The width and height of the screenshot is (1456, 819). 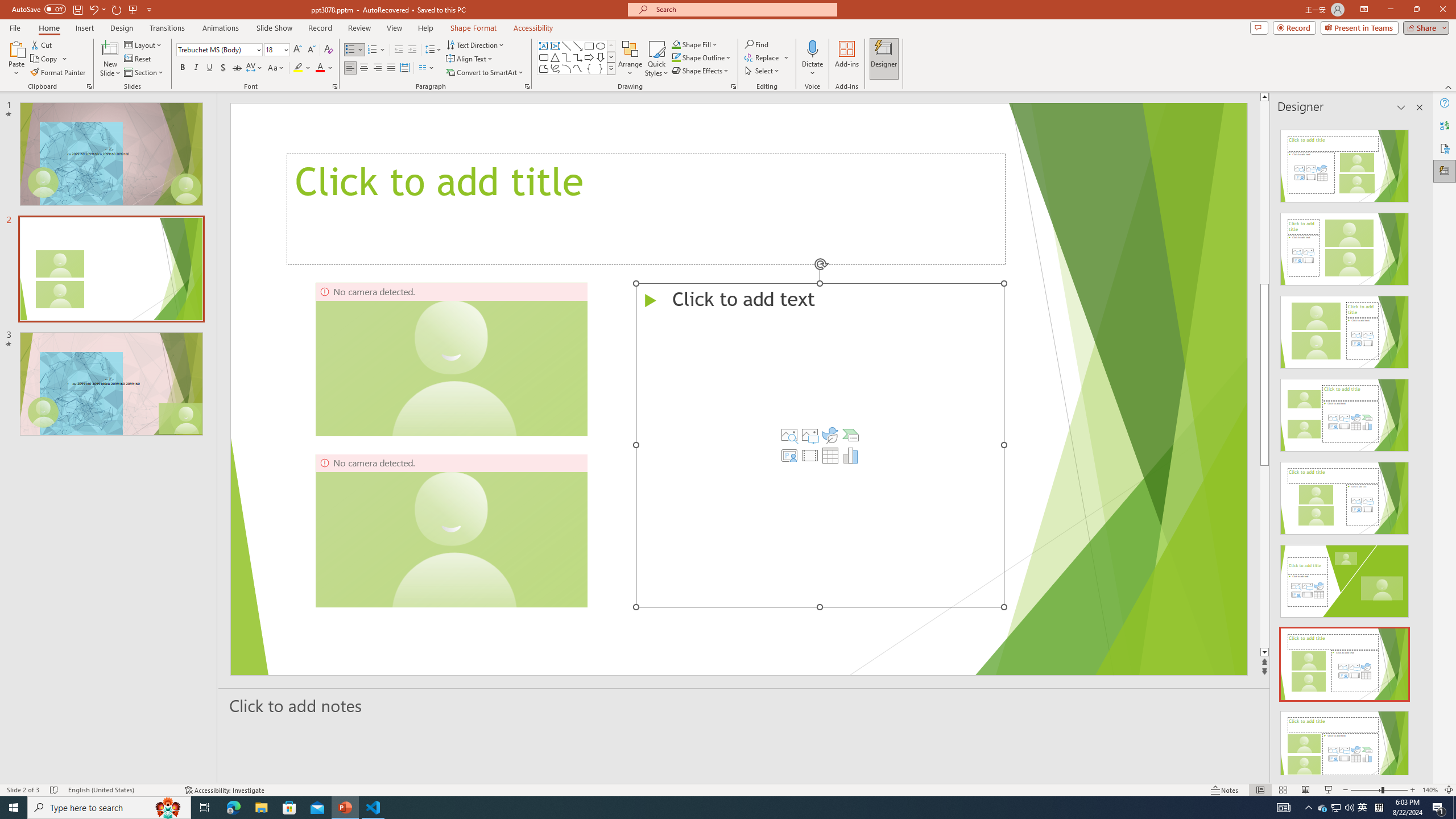 I want to click on 'Class: NetUIScrollBar', so click(x=1418, y=447).